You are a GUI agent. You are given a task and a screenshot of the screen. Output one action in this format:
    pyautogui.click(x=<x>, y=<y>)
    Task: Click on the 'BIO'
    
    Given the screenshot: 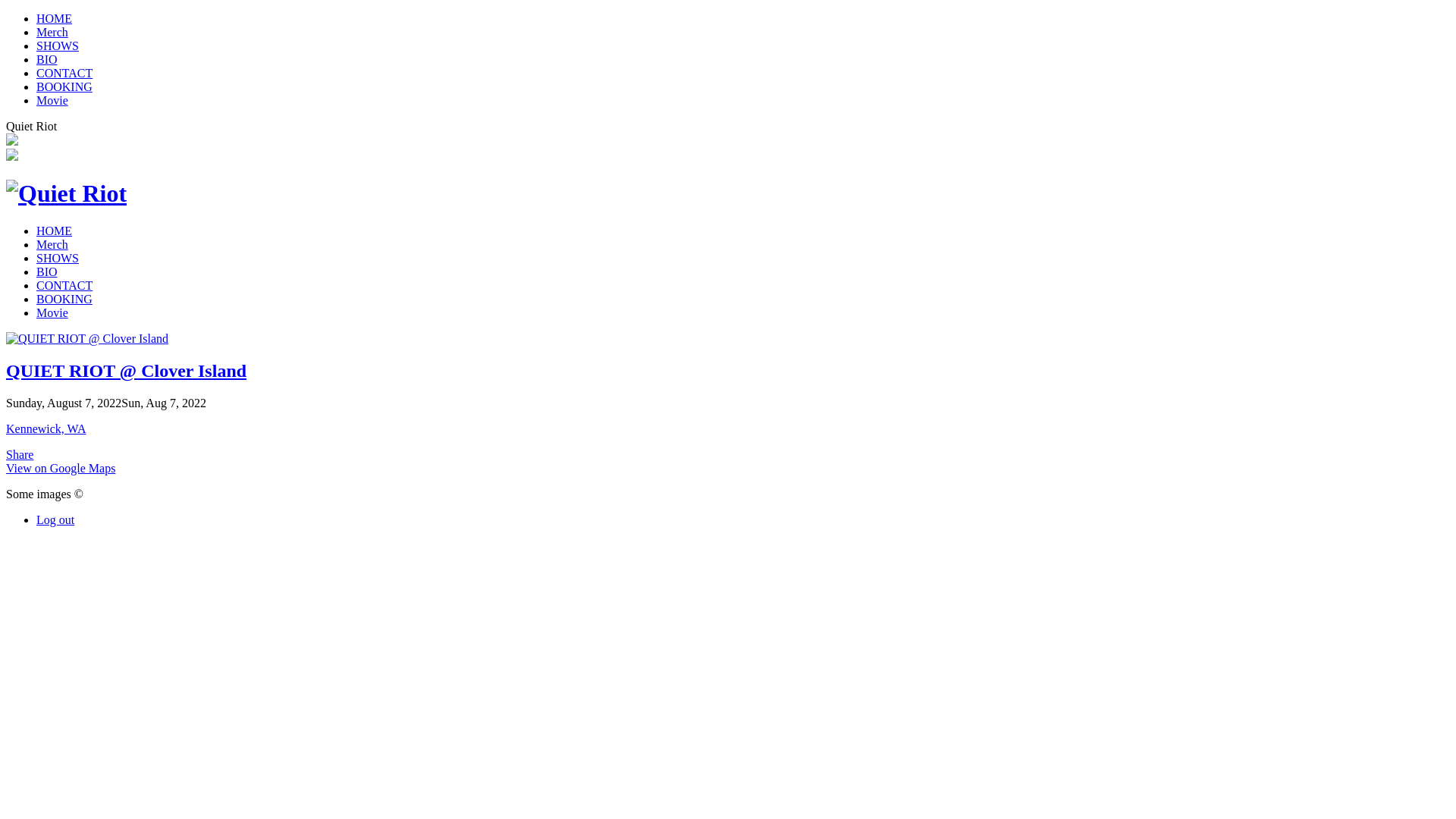 What is the action you would take?
    pyautogui.click(x=47, y=271)
    